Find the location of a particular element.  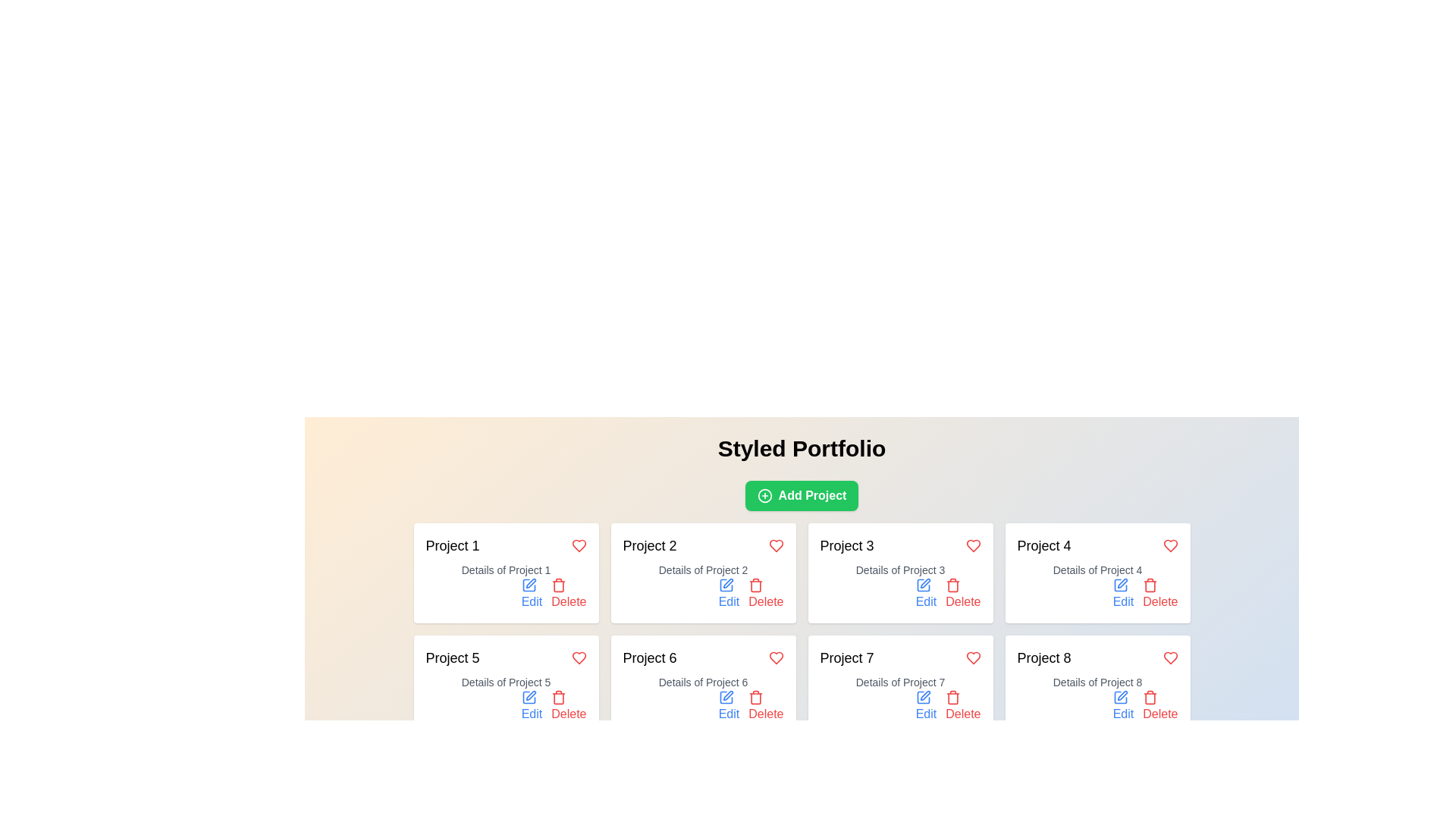

the blue pen icon representing the edit action located under 'Project 3' to initiate editing is located at coordinates (922, 584).